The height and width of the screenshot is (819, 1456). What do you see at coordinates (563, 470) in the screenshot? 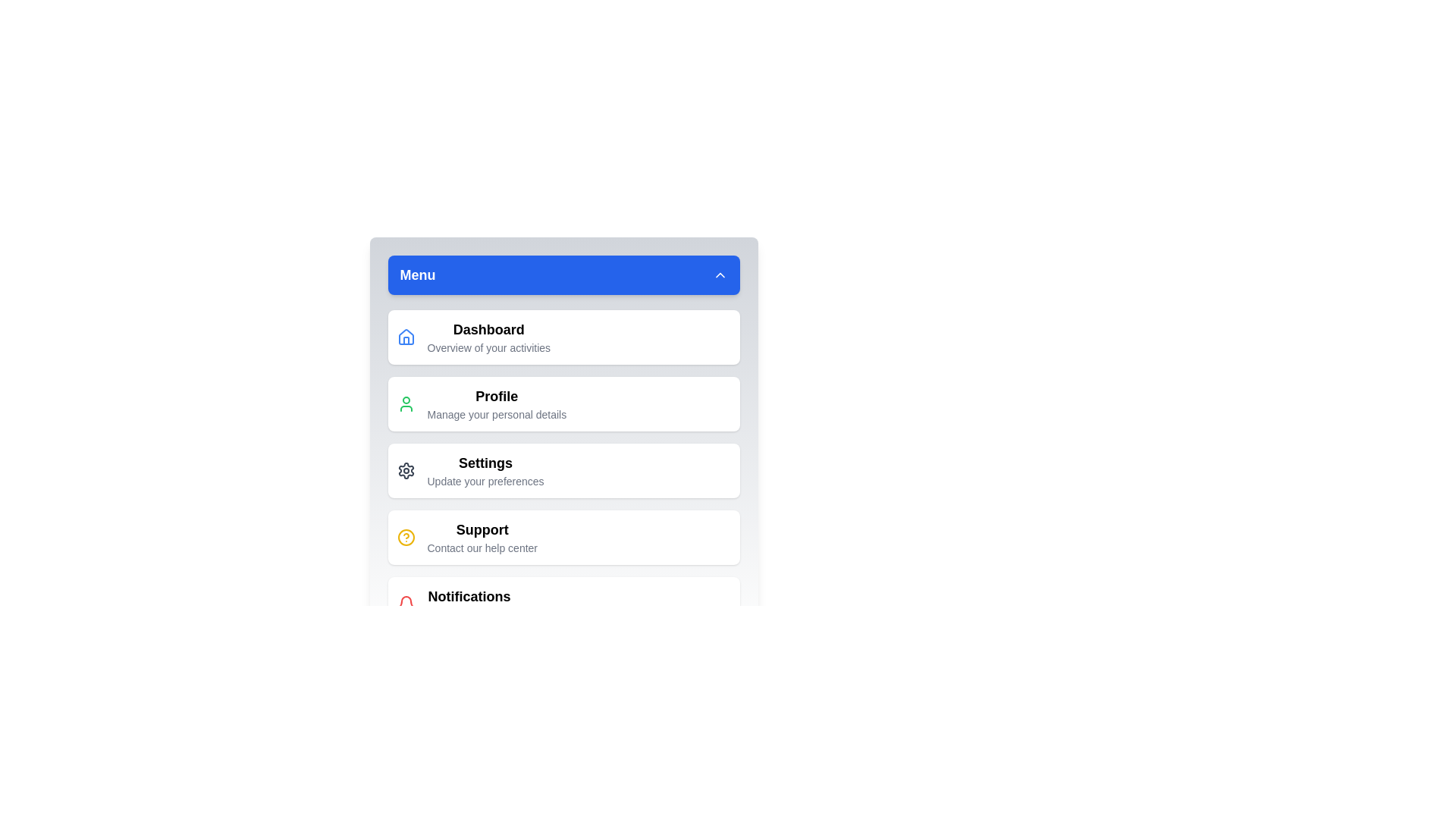
I see `'Settings' navigation item located under the 'Menu' heading by clicking on its icon or text` at bounding box center [563, 470].